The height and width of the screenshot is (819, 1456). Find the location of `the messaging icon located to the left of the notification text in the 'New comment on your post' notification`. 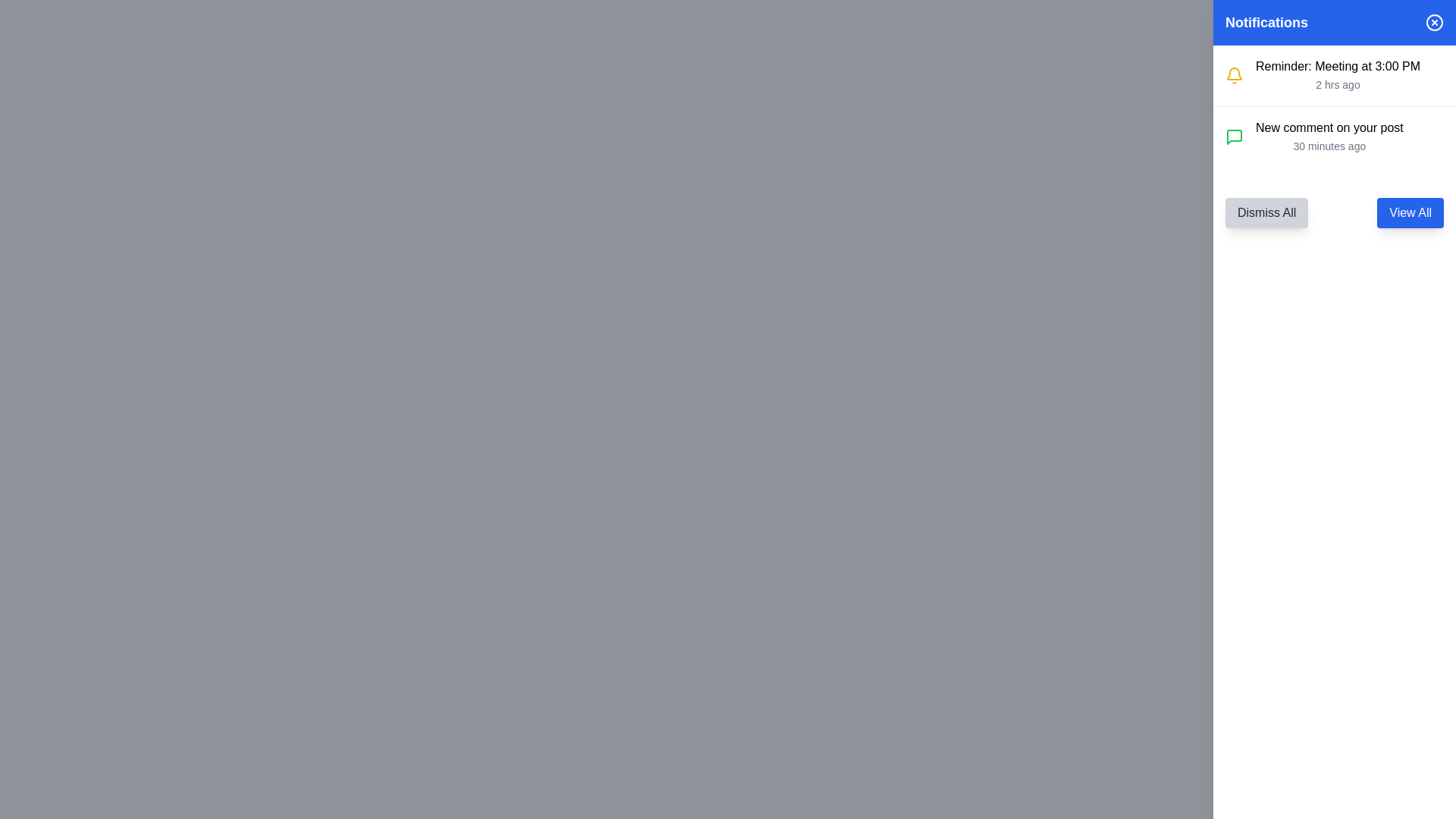

the messaging icon located to the left of the notification text in the 'New comment on your post' notification is located at coordinates (1234, 137).